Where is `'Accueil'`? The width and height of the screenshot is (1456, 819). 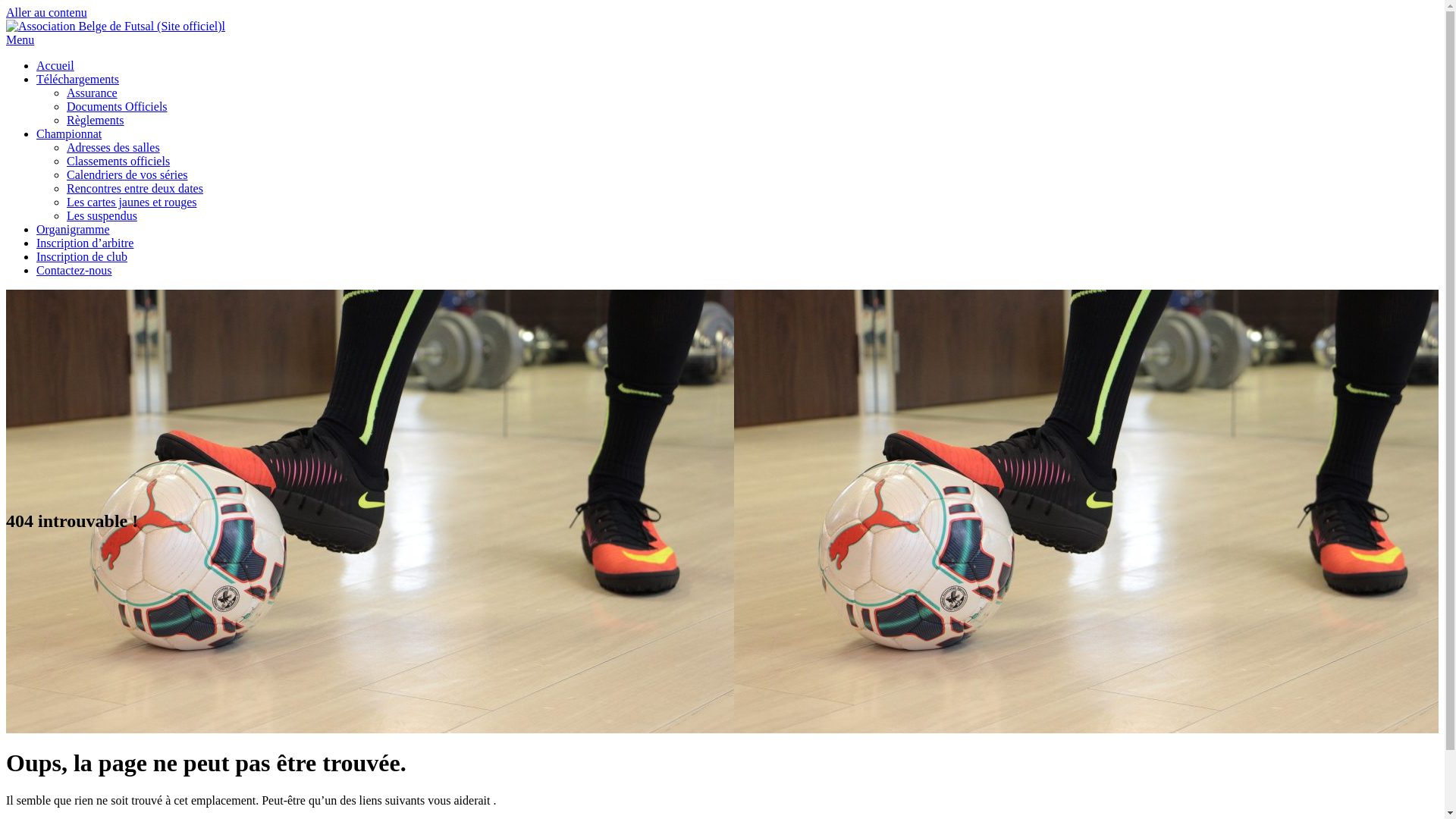
'Accueil' is located at coordinates (36, 64).